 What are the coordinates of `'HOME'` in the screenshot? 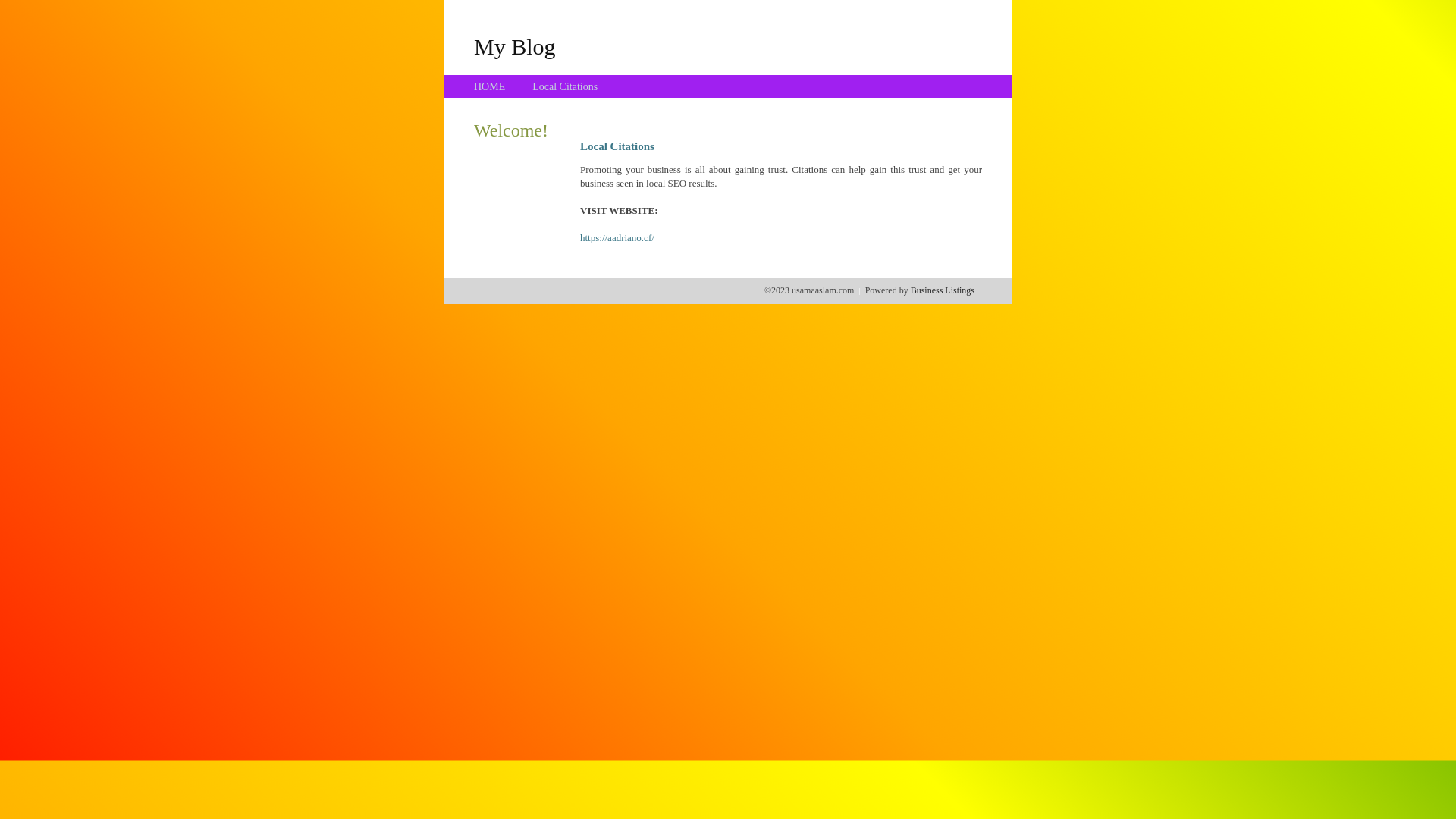 It's located at (489, 86).